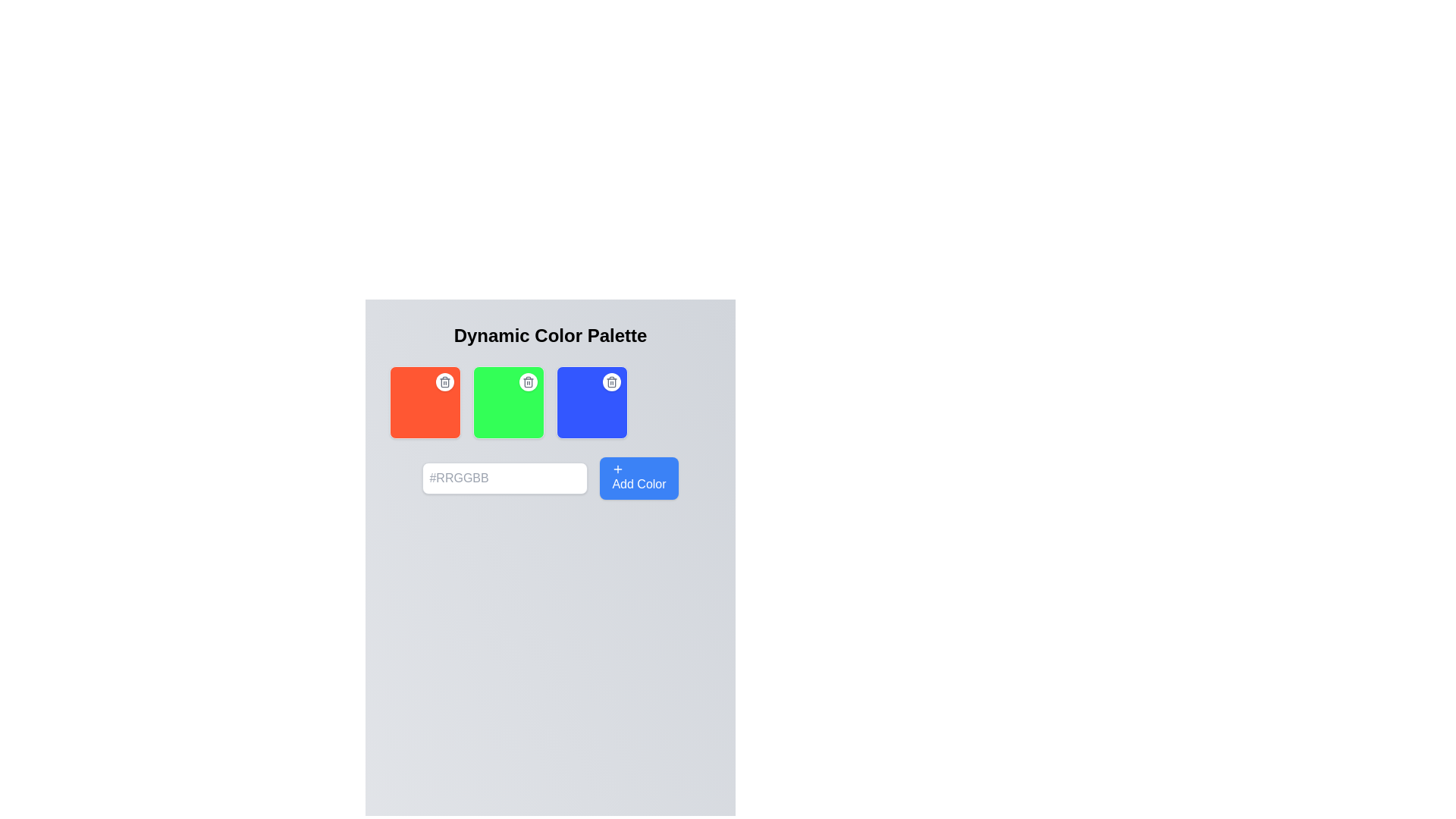  Describe the element at coordinates (611, 382) in the screenshot. I see `the vertical rectangle within the trash icon located in the blue color box at the rightmost position of the row` at that location.